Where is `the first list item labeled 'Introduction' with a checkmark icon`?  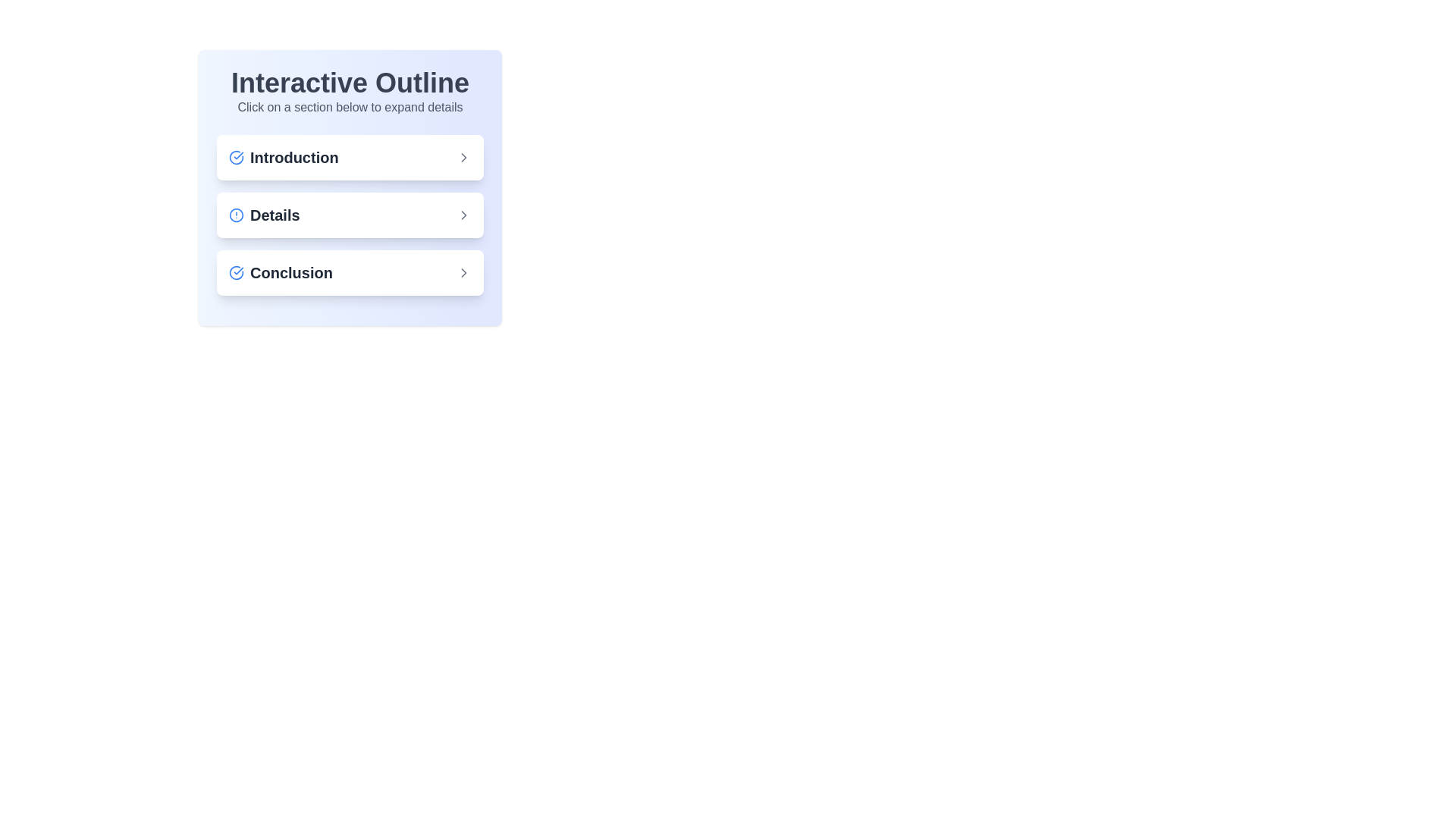 the first list item labeled 'Introduction' with a checkmark icon is located at coordinates (284, 158).